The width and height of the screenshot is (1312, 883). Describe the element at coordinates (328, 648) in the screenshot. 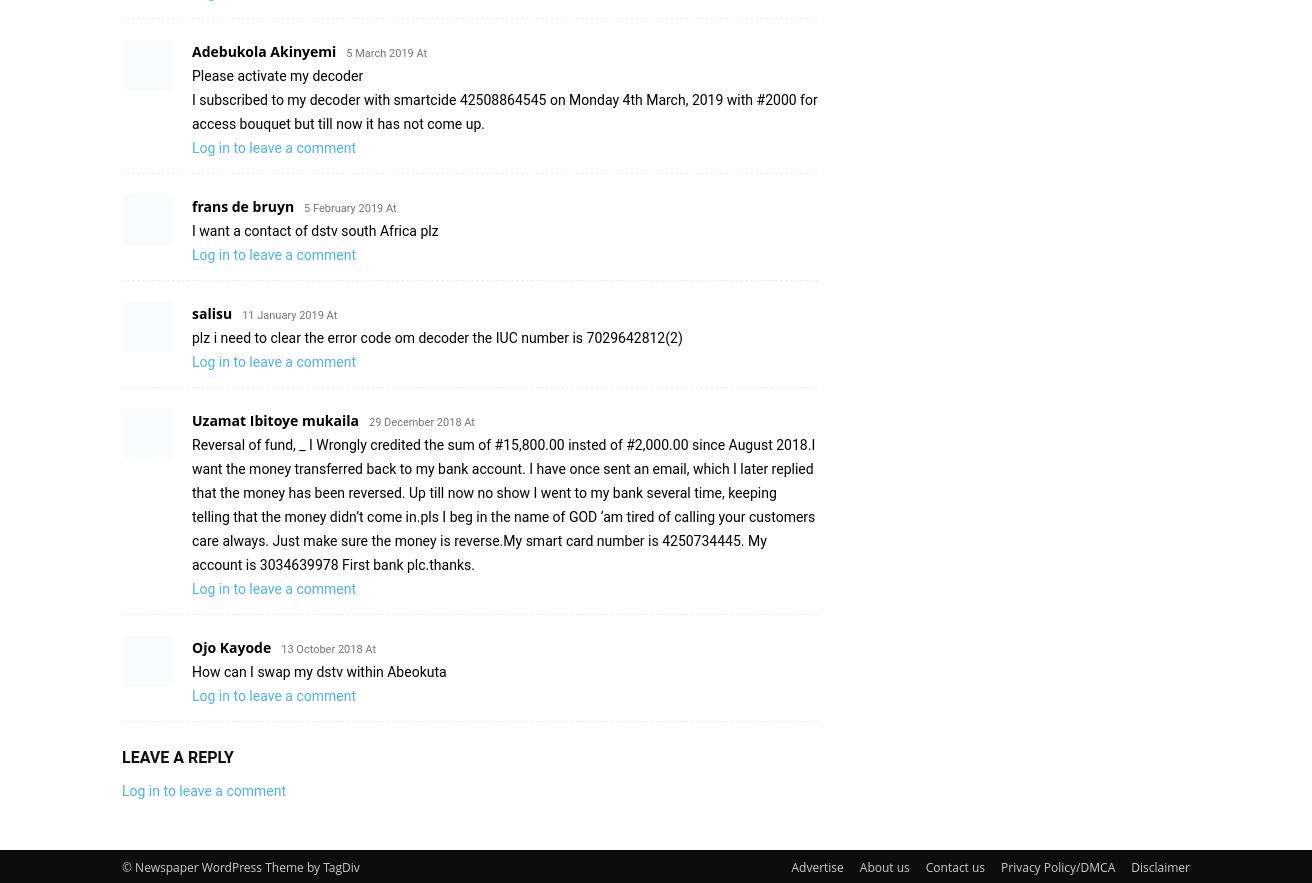

I see `'13 October 2018						    At'` at that location.